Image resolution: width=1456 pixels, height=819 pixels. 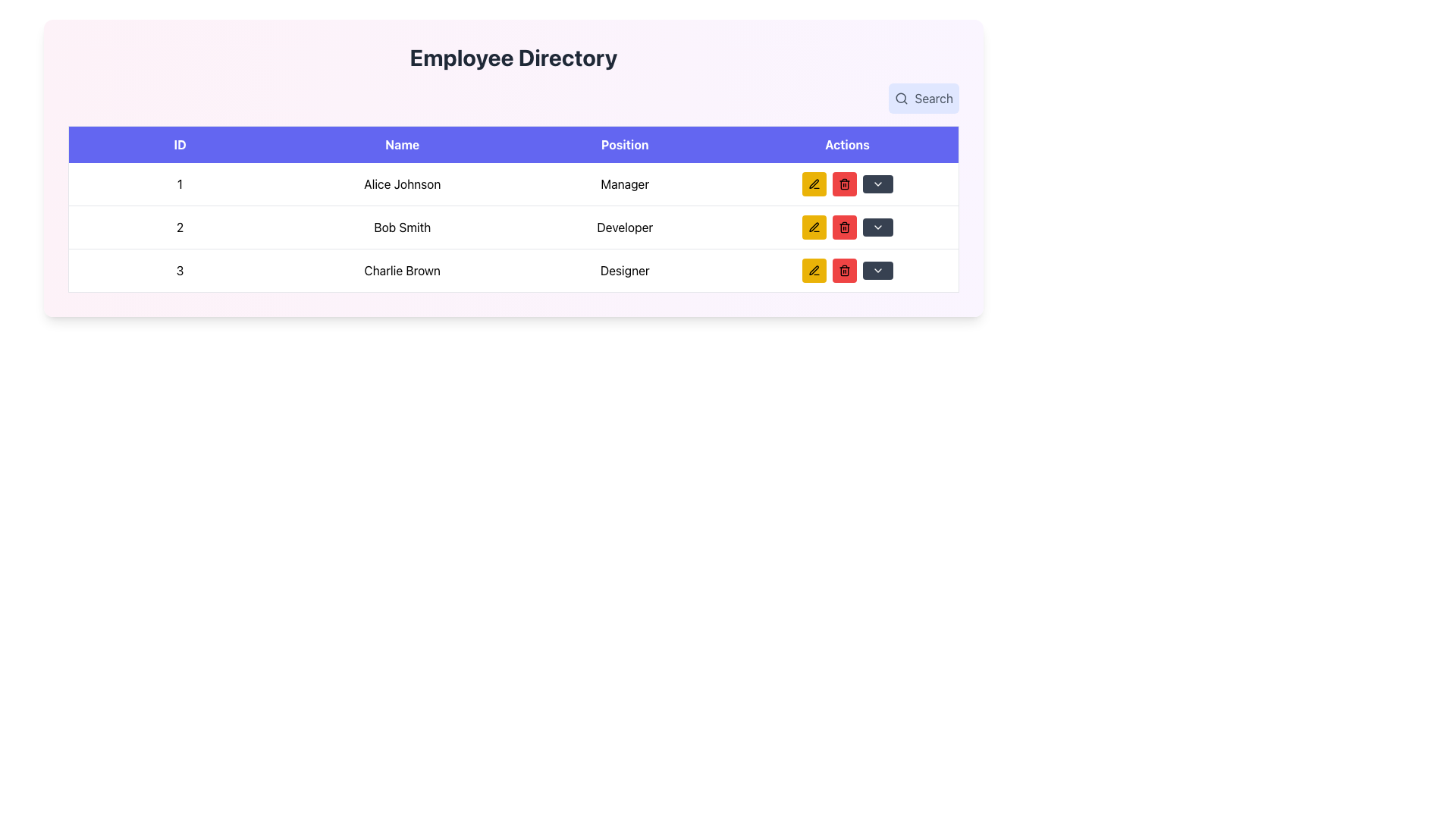 What do you see at coordinates (877, 227) in the screenshot?
I see `the chevron icon in the 'Actions' column of the second table row` at bounding box center [877, 227].